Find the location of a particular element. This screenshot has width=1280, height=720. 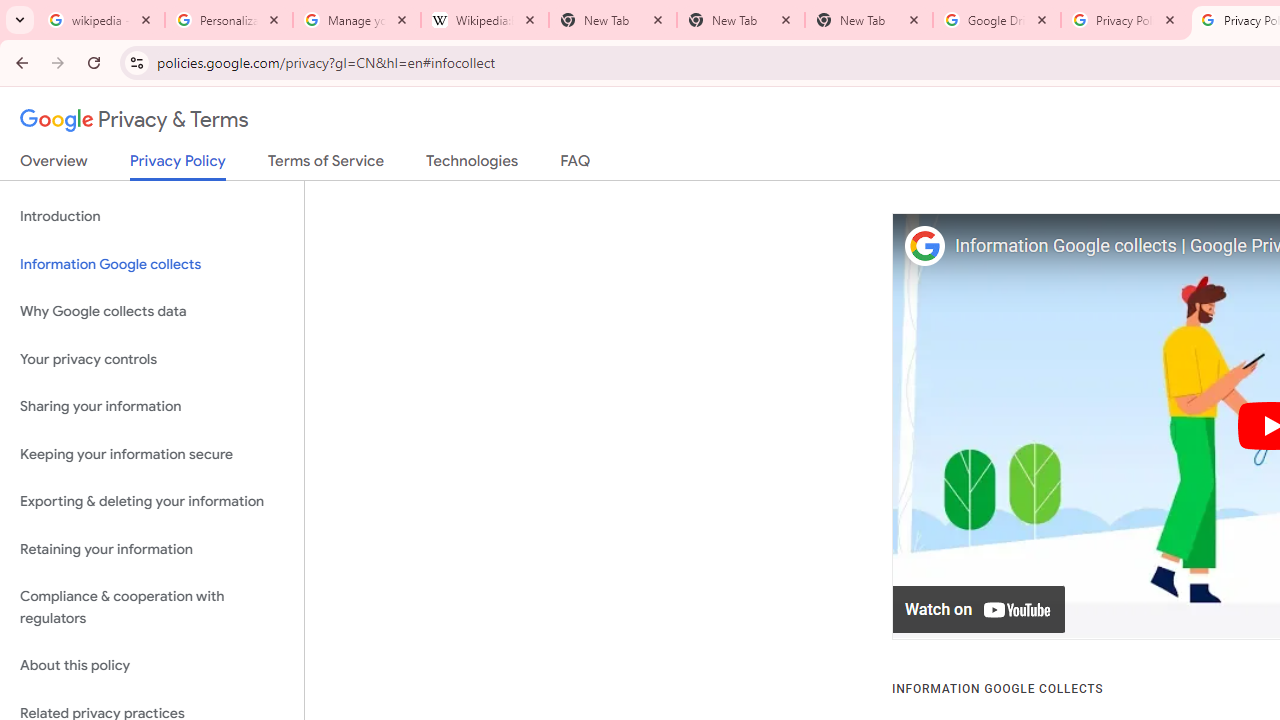

'Keeping your information secure' is located at coordinates (151, 454).